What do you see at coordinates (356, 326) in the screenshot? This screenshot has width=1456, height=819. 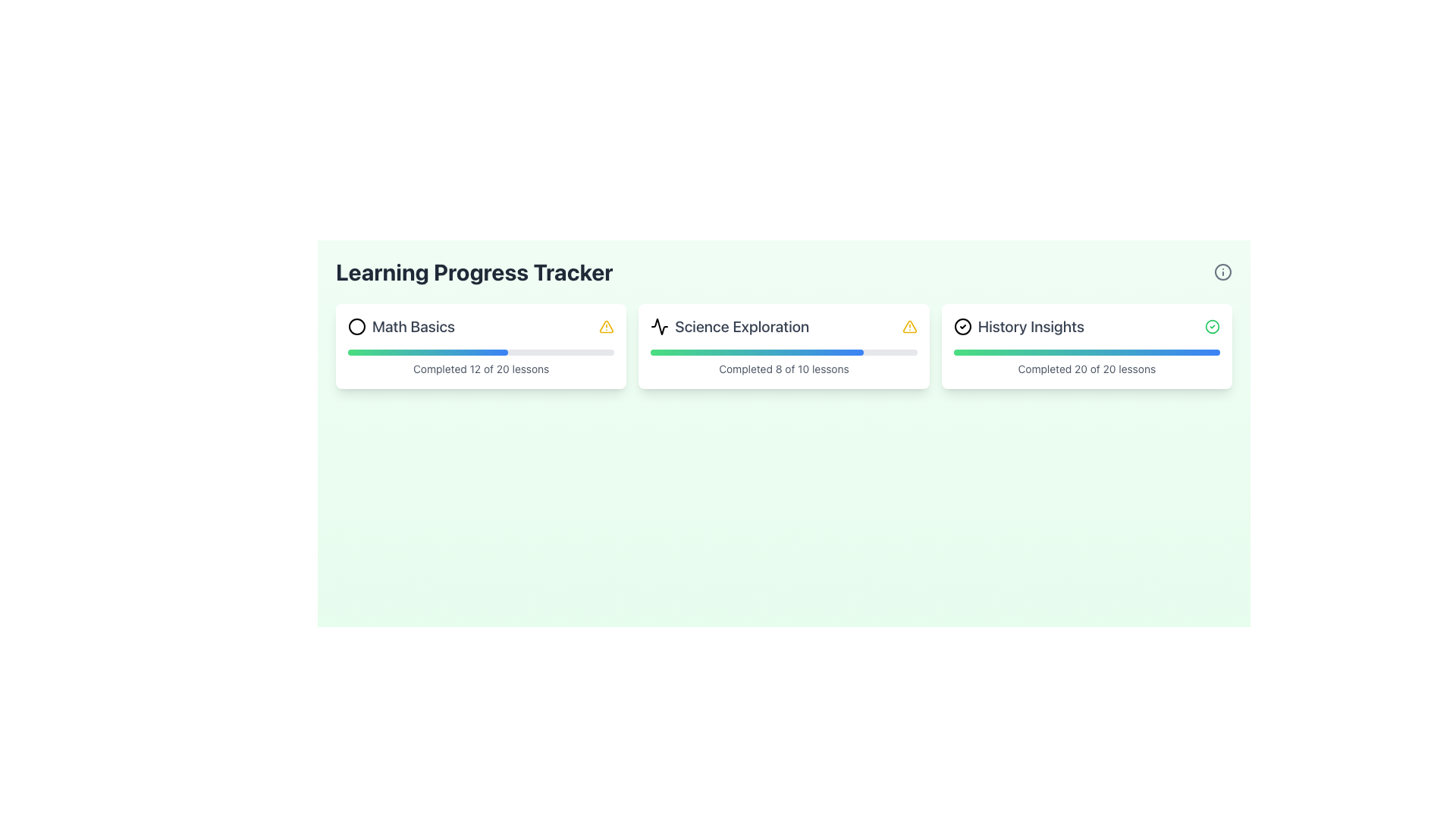 I see `the circular icon with a hollow center and dark outline located to the left of the 'Math Basics' text in the first card of the three-card layout` at bounding box center [356, 326].